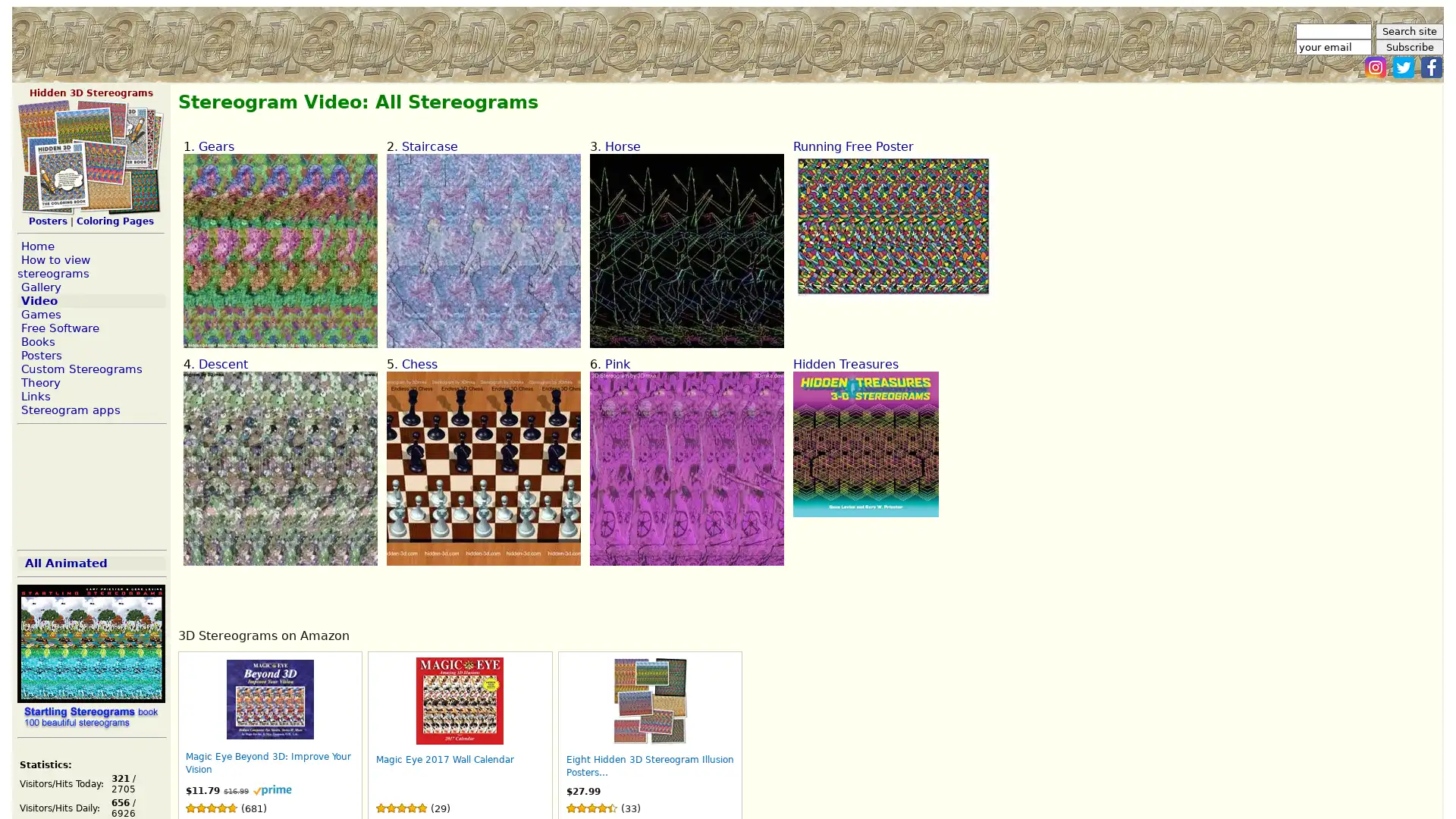 The image size is (1456, 819). Describe the element at coordinates (1408, 46) in the screenshot. I see `Subscribe` at that location.